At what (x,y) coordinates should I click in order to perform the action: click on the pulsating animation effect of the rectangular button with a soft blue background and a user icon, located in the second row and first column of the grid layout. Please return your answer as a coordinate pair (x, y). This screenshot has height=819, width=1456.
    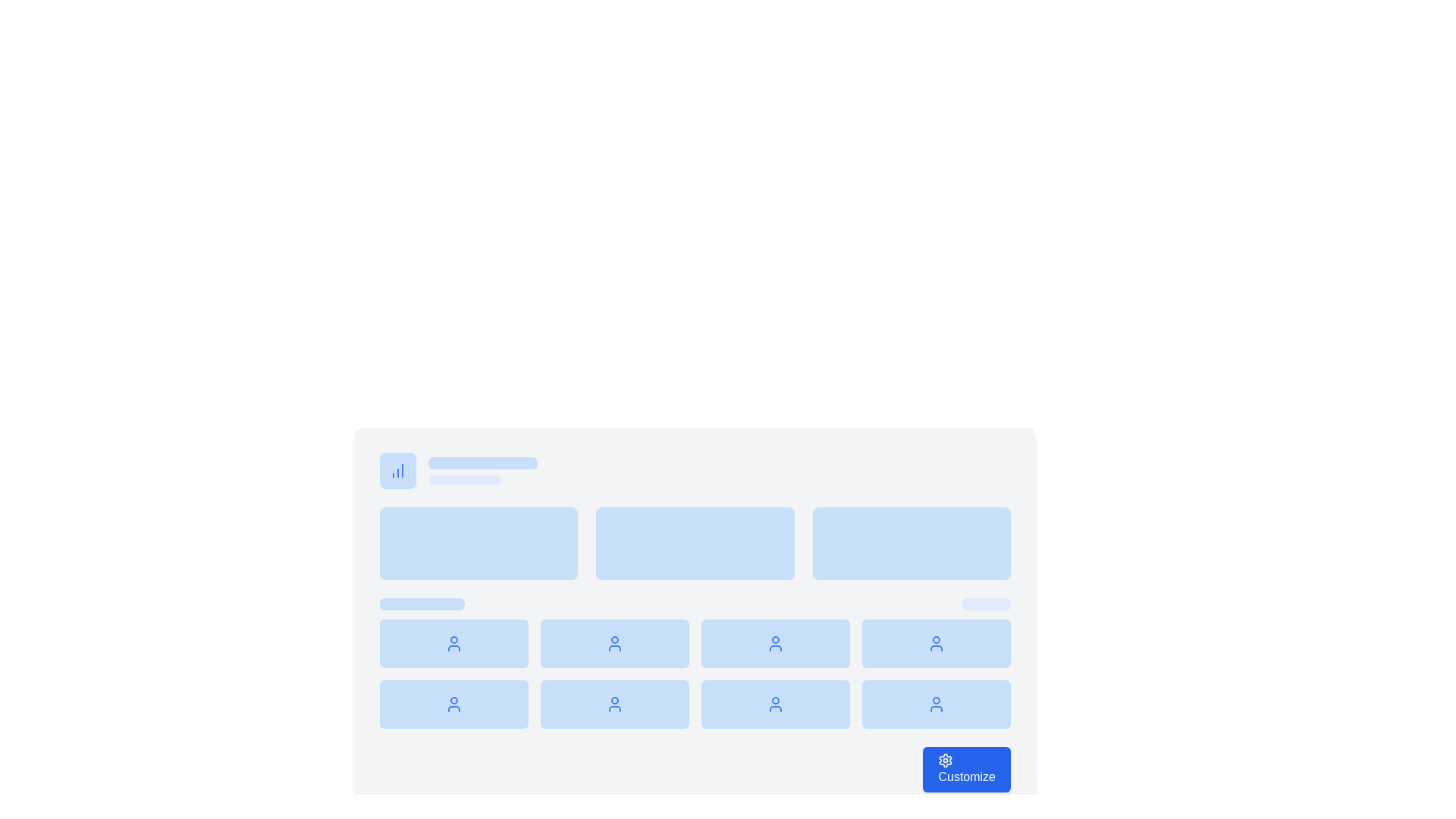
    Looking at the image, I should click on (453, 704).